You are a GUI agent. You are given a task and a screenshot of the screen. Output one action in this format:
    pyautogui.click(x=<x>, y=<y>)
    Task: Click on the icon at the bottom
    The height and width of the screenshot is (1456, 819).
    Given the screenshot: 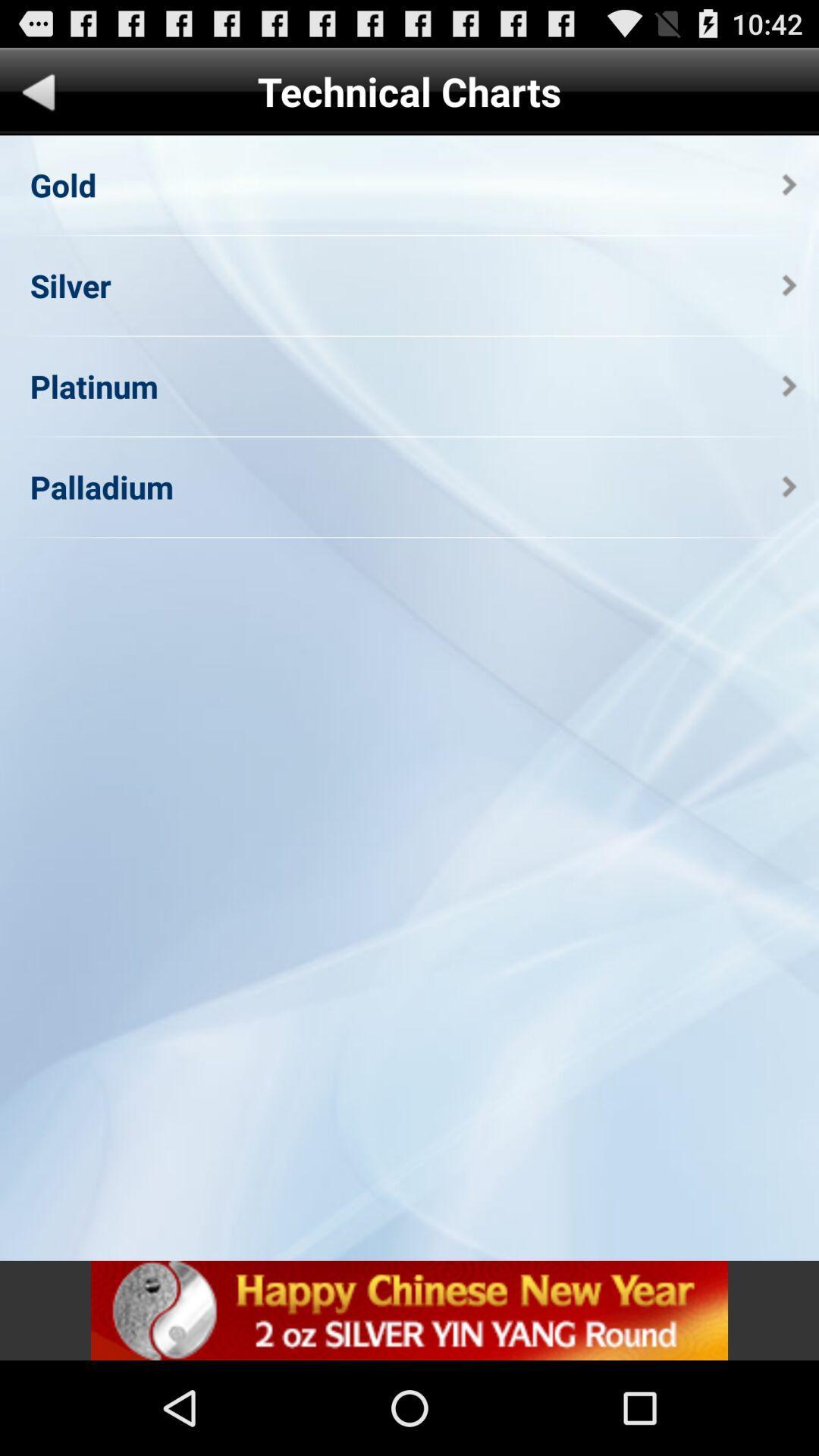 What is the action you would take?
    pyautogui.click(x=409, y=1310)
    